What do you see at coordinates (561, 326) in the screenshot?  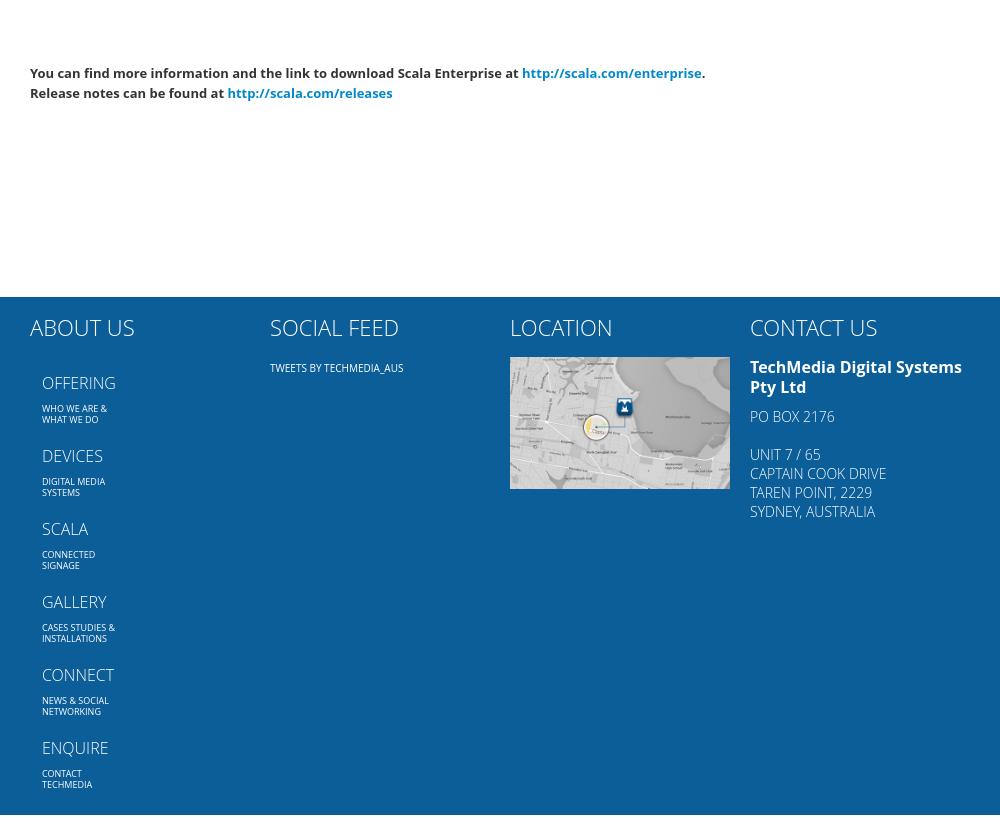 I see `'Location'` at bounding box center [561, 326].